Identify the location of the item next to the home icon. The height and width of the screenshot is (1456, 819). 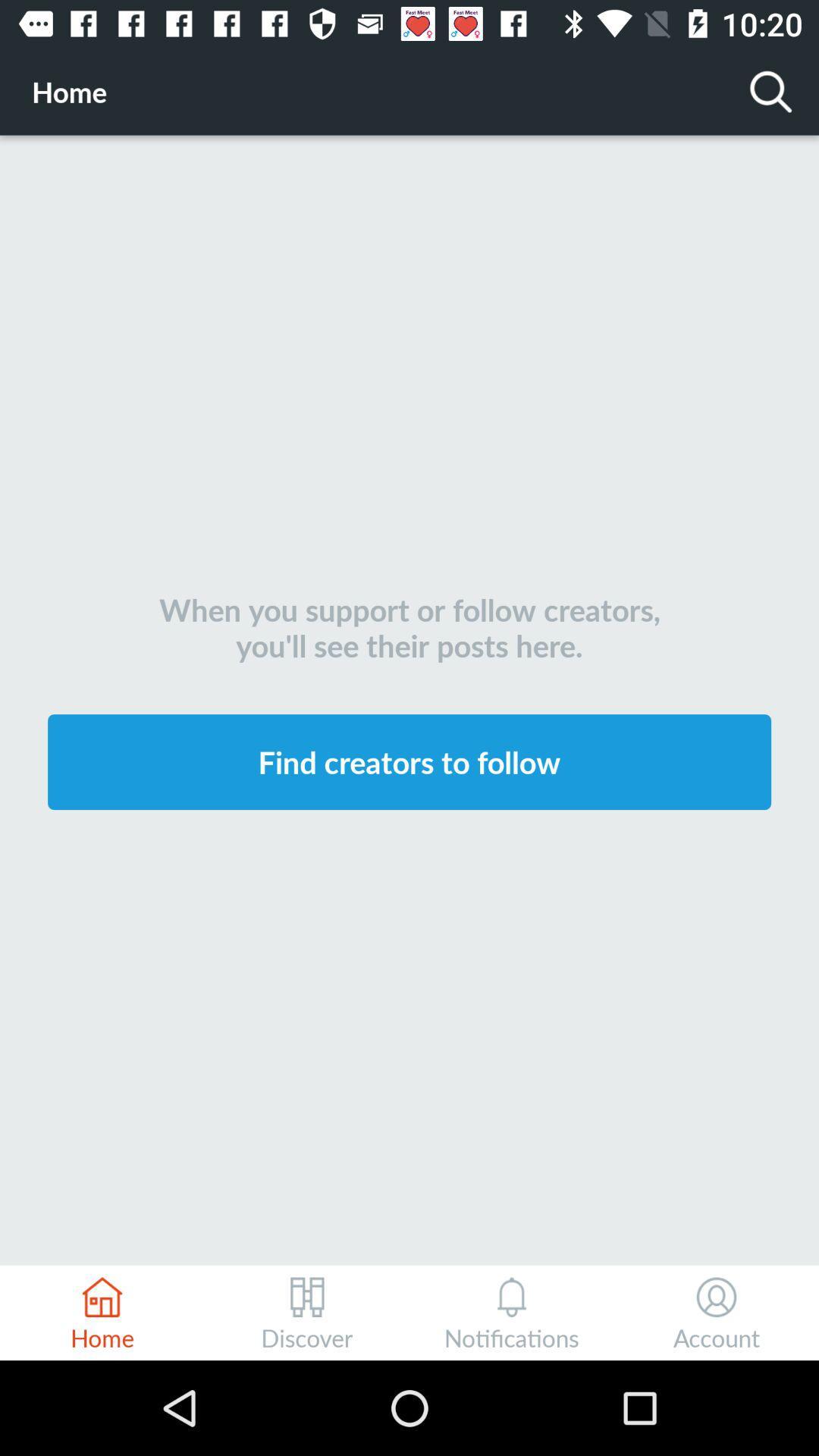
(771, 90).